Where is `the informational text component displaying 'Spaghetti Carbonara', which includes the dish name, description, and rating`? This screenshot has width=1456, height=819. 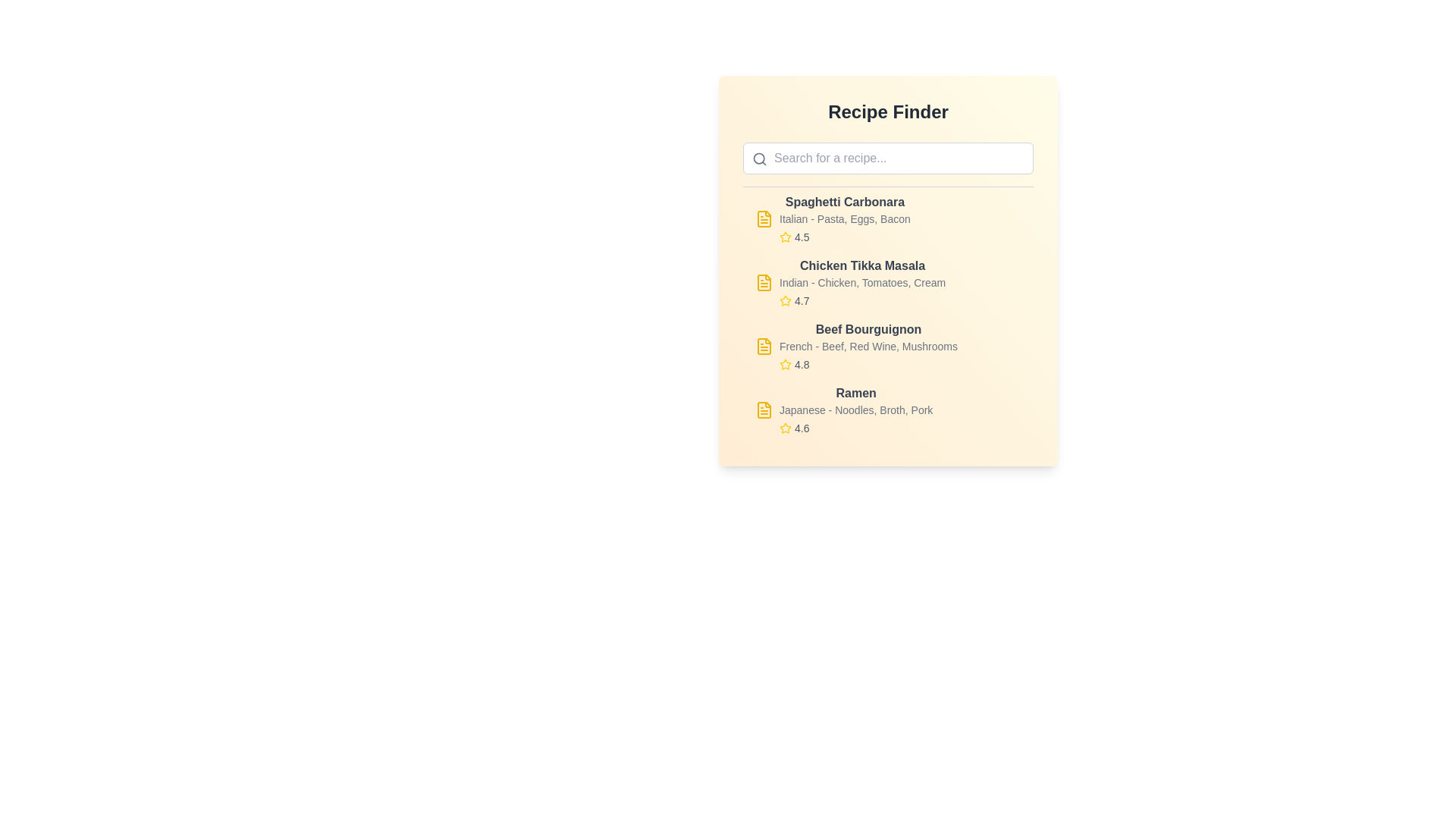
the informational text component displaying 'Spaghetti Carbonara', which includes the dish name, description, and rating is located at coordinates (844, 219).